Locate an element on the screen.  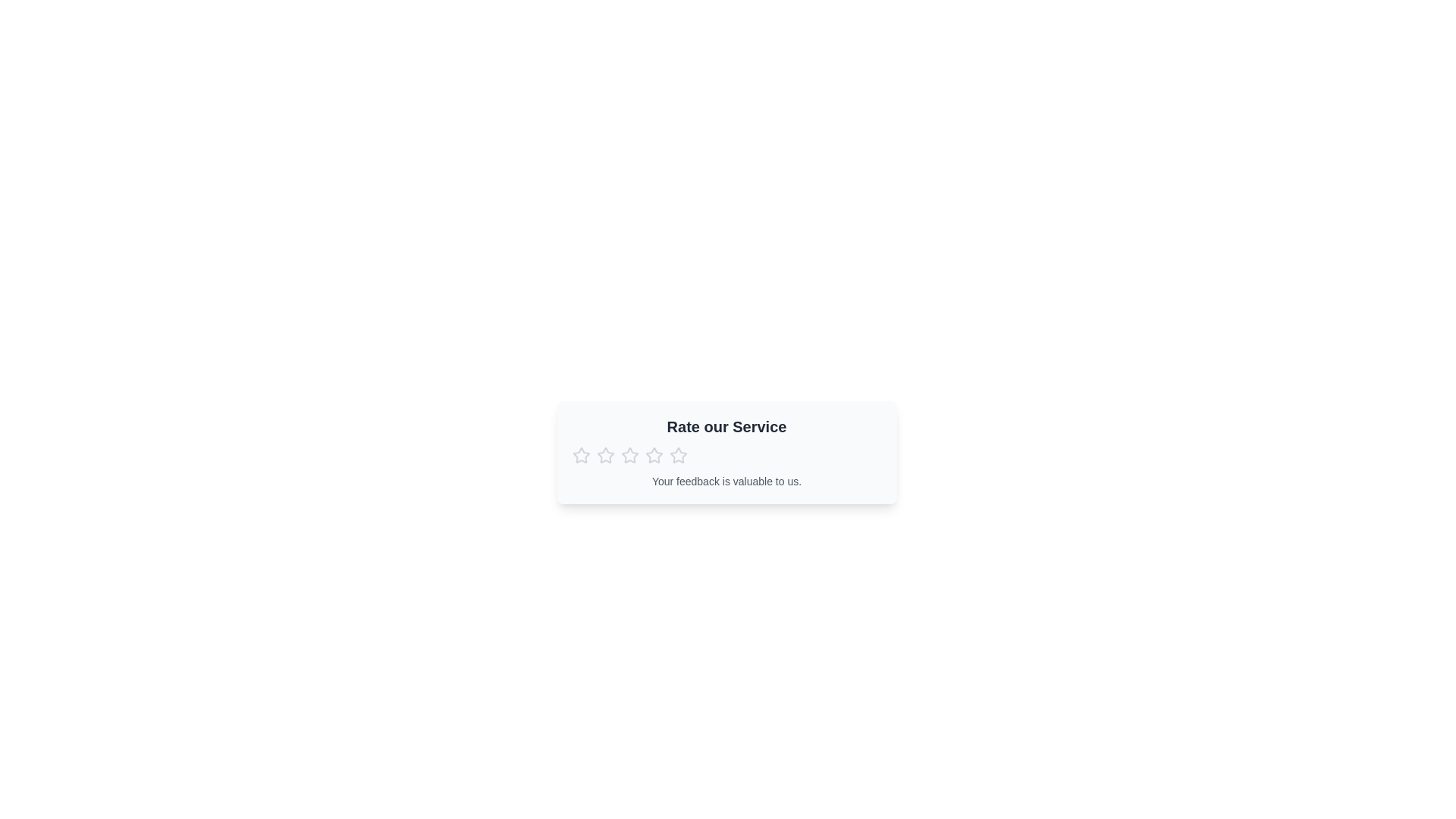
the third star in the rating widget is located at coordinates (629, 455).